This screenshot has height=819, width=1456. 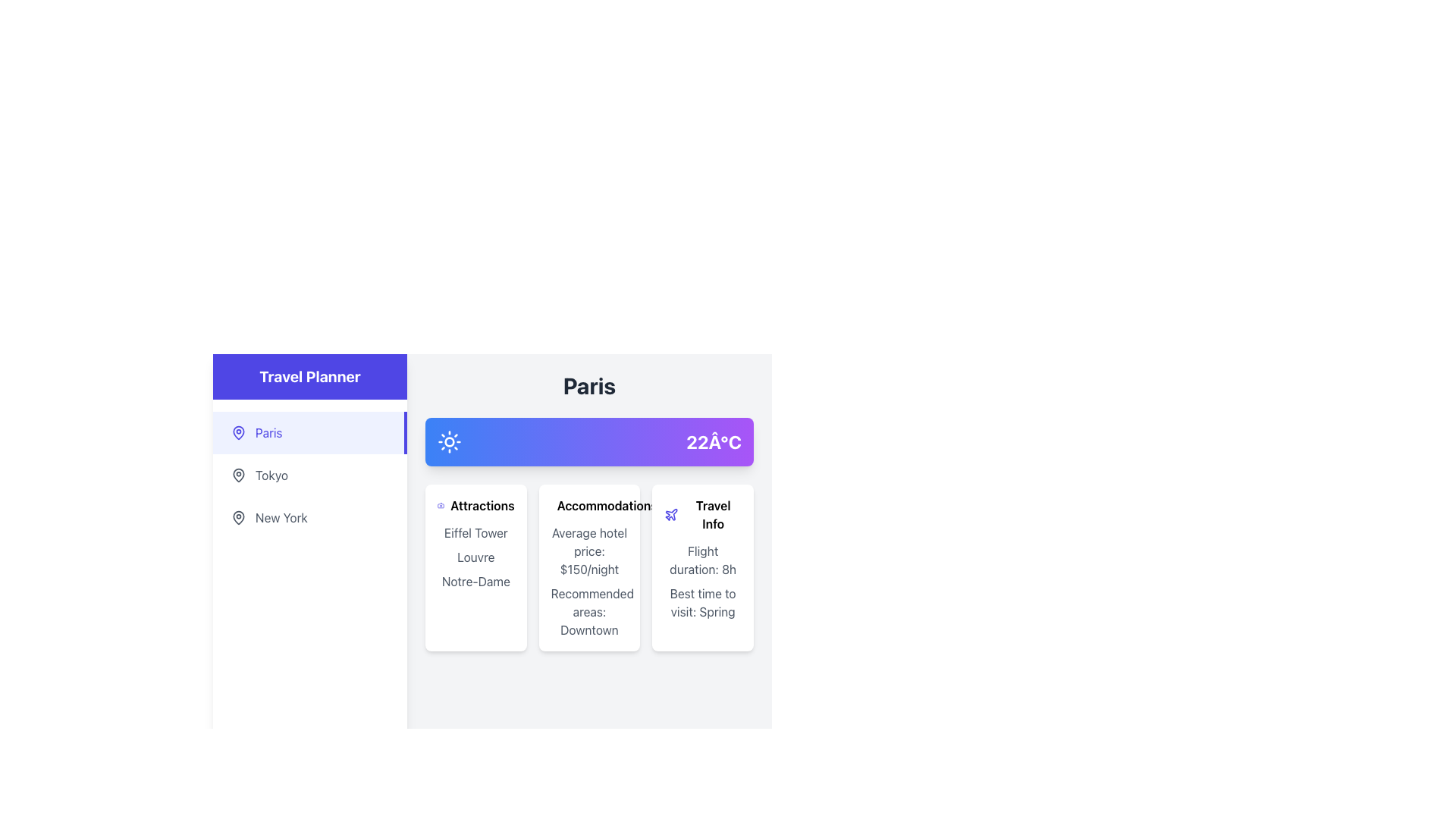 I want to click on the 'Tokyo' menu item, which is located between 'Paris' and 'New York' in the vertical menu, so click(x=309, y=475).